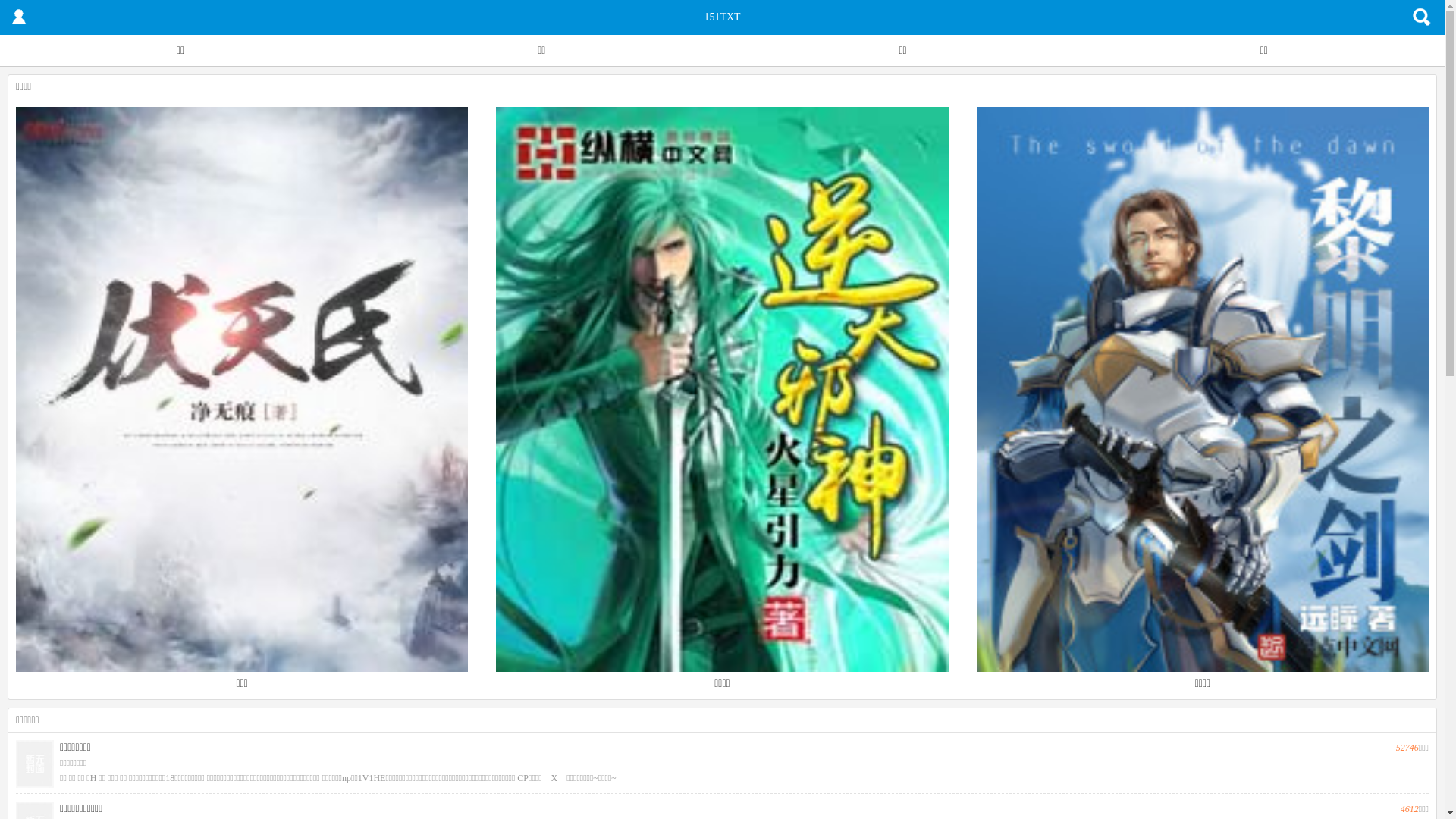 Image resolution: width=1456 pixels, height=819 pixels. What do you see at coordinates (1421, 17) in the screenshot?
I see `' '` at bounding box center [1421, 17].